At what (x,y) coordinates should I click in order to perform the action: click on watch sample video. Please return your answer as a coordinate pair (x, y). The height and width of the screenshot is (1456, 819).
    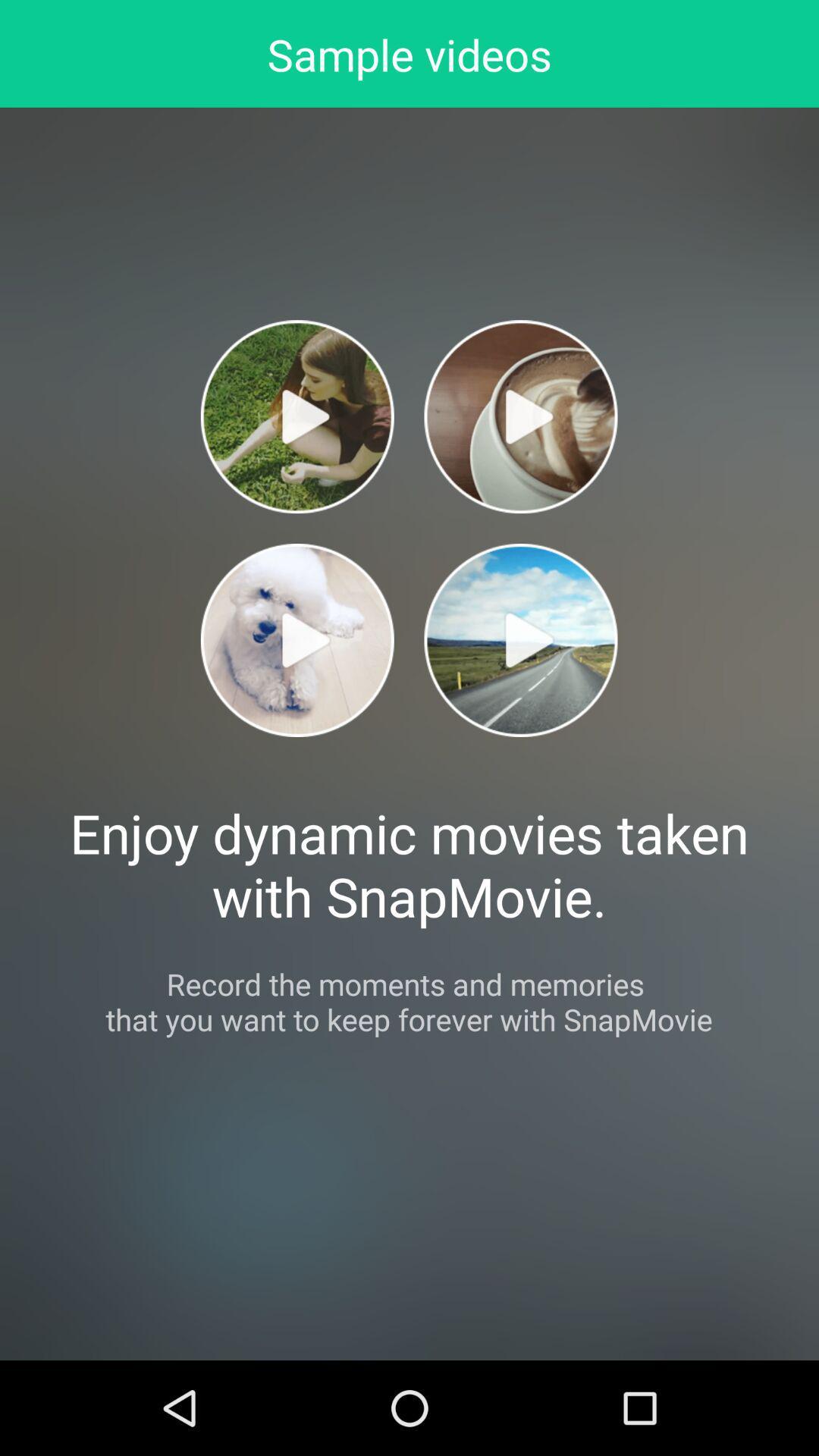
    Looking at the image, I should click on (519, 640).